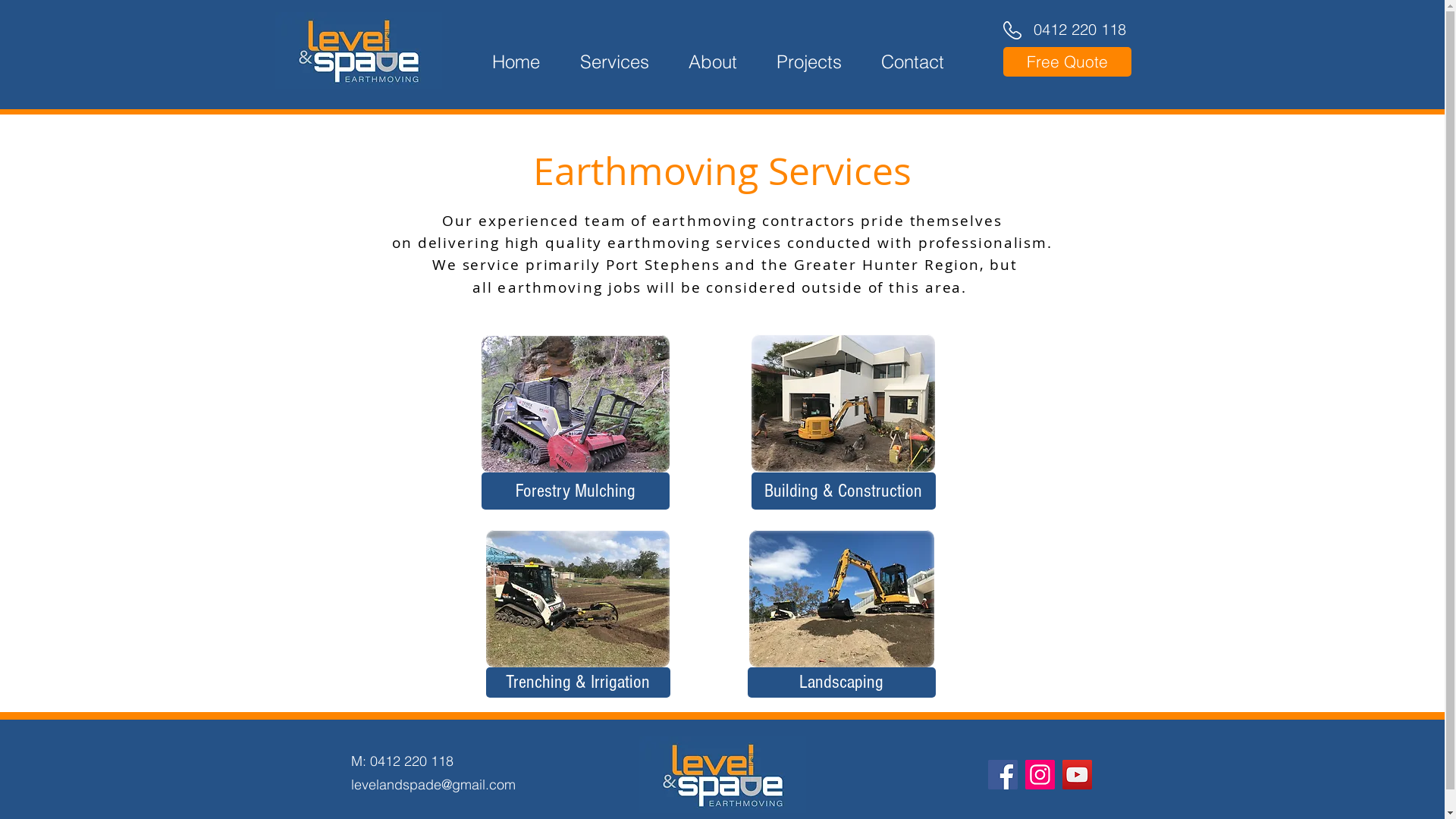 This screenshot has width=1456, height=819. What do you see at coordinates (671, 61) in the screenshot?
I see `'About'` at bounding box center [671, 61].